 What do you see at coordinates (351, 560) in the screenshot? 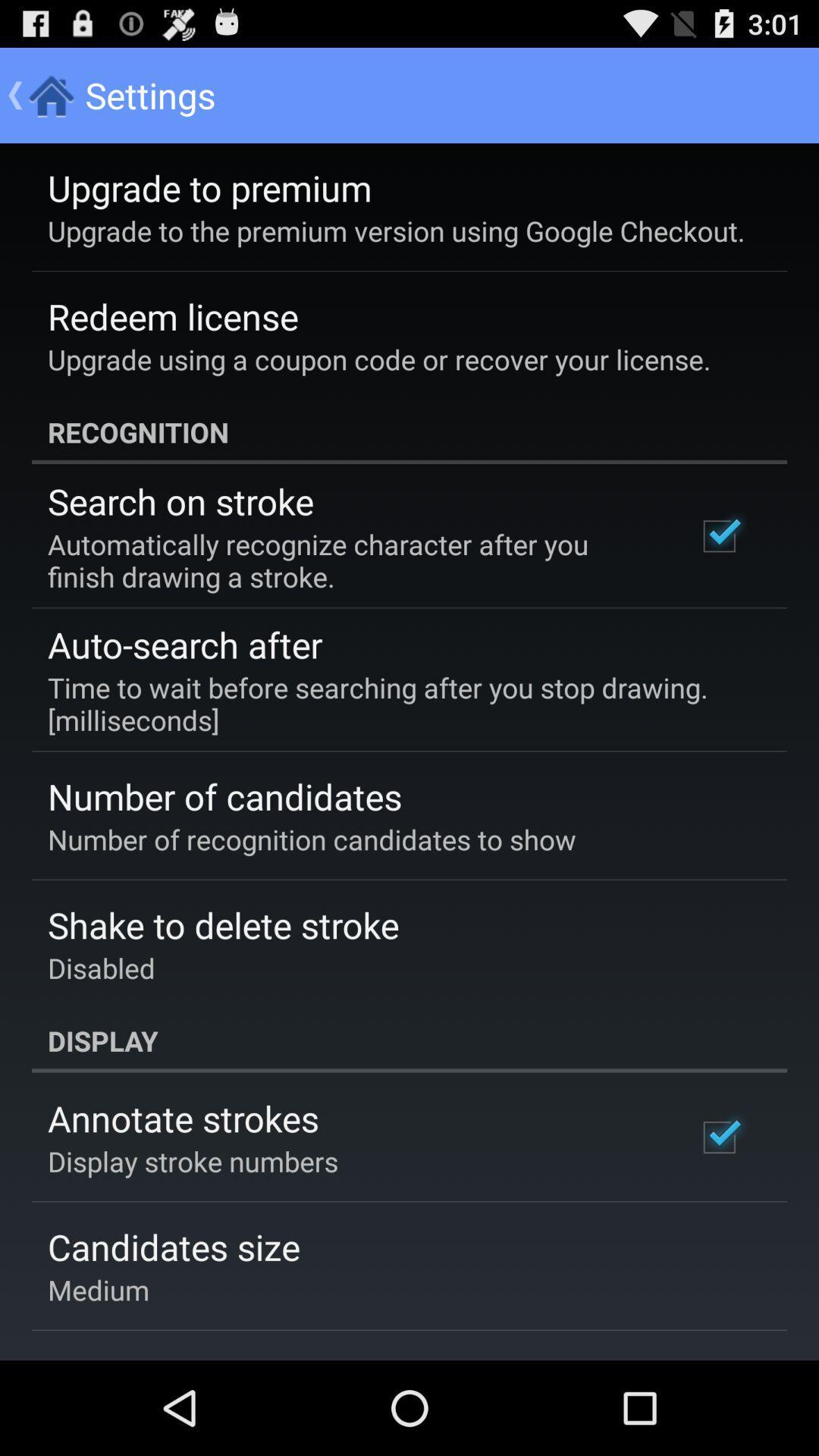
I see `the item above the auto-search after` at bounding box center [351, 560].